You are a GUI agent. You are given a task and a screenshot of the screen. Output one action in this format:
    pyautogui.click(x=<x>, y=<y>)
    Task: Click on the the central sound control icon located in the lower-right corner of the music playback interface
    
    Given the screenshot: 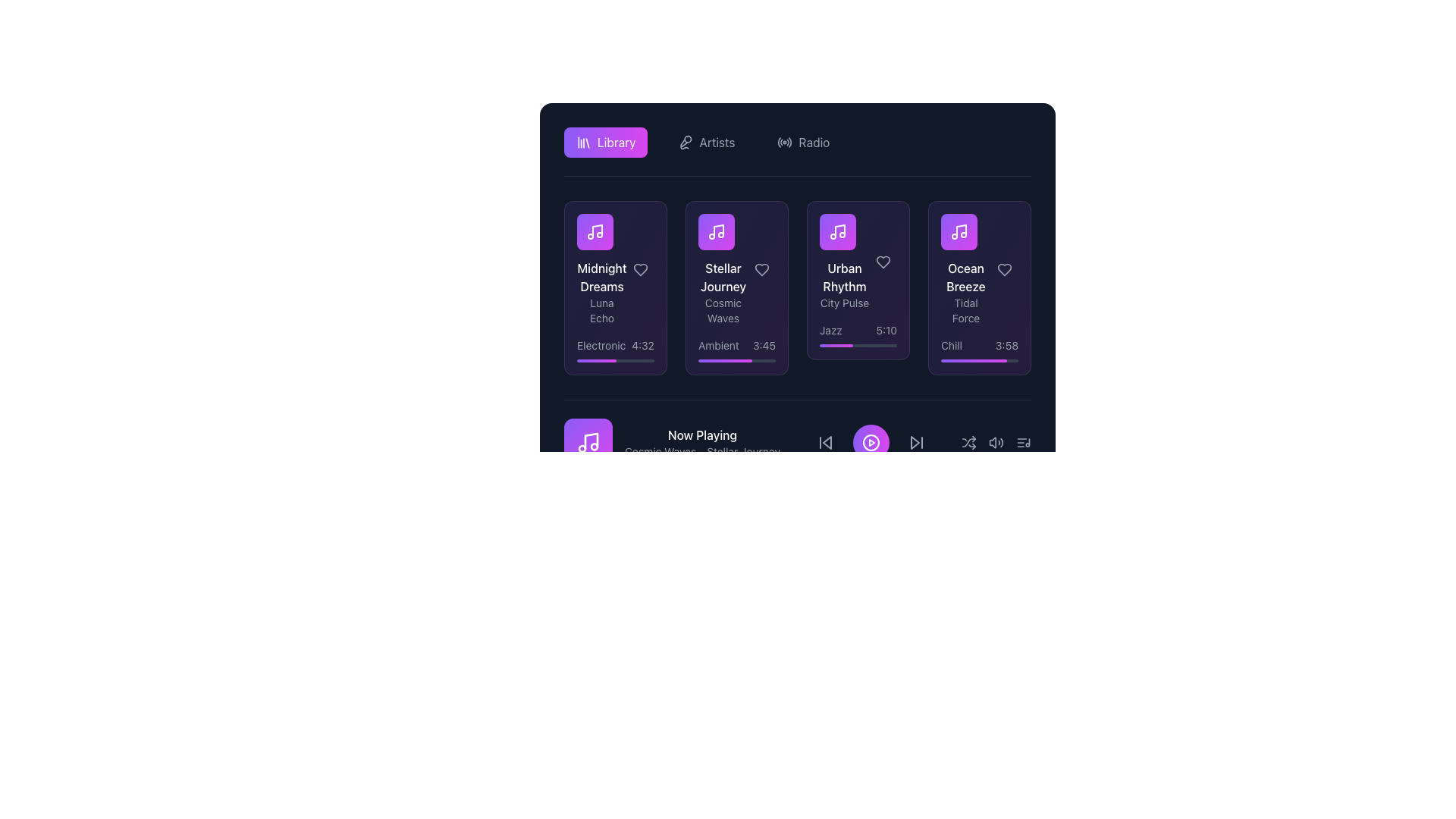 What is the action you would take?
    pyautogui.click(x=996, y=442)
    